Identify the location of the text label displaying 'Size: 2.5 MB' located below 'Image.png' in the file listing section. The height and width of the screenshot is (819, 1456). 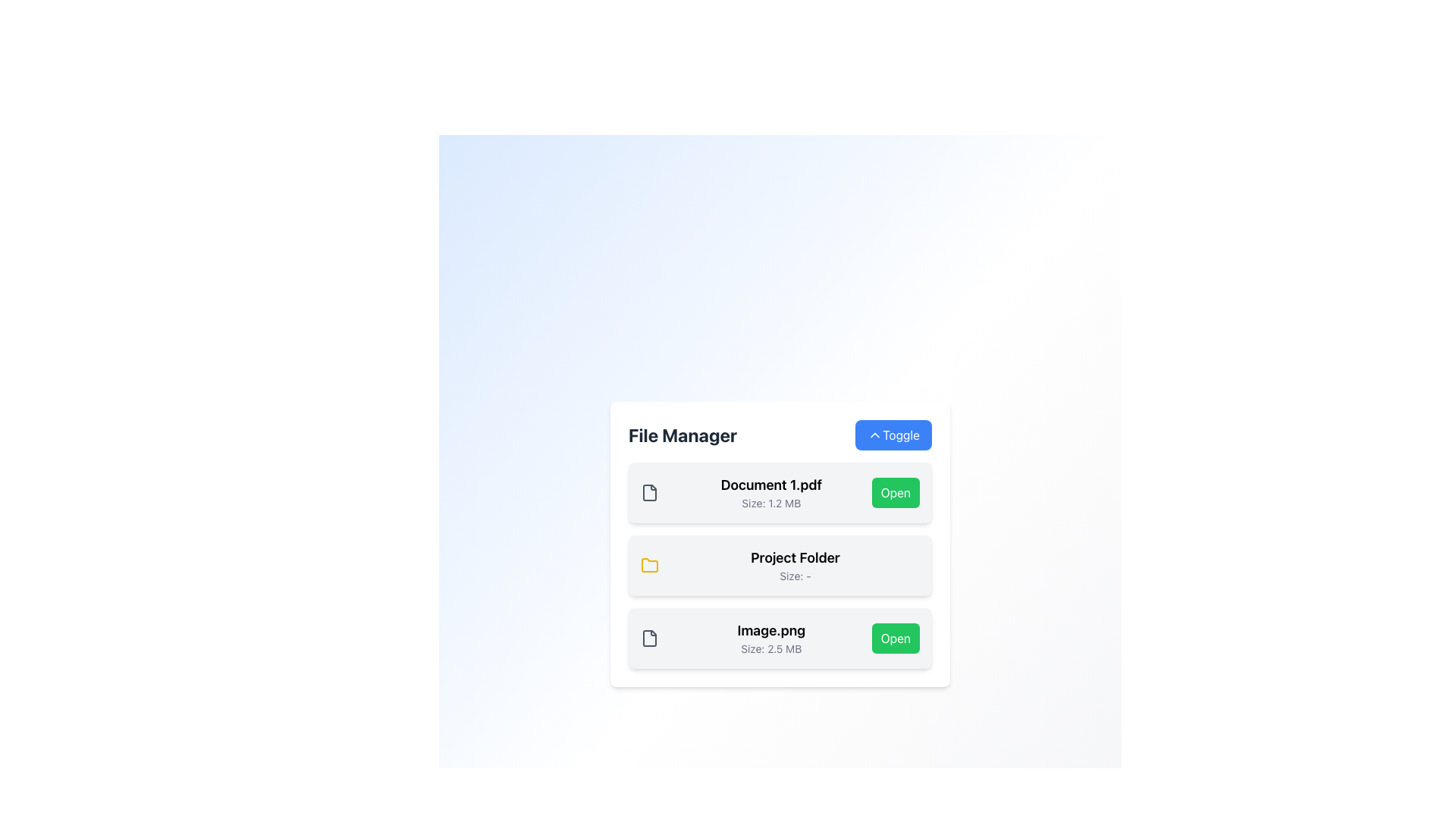
(771, 648).